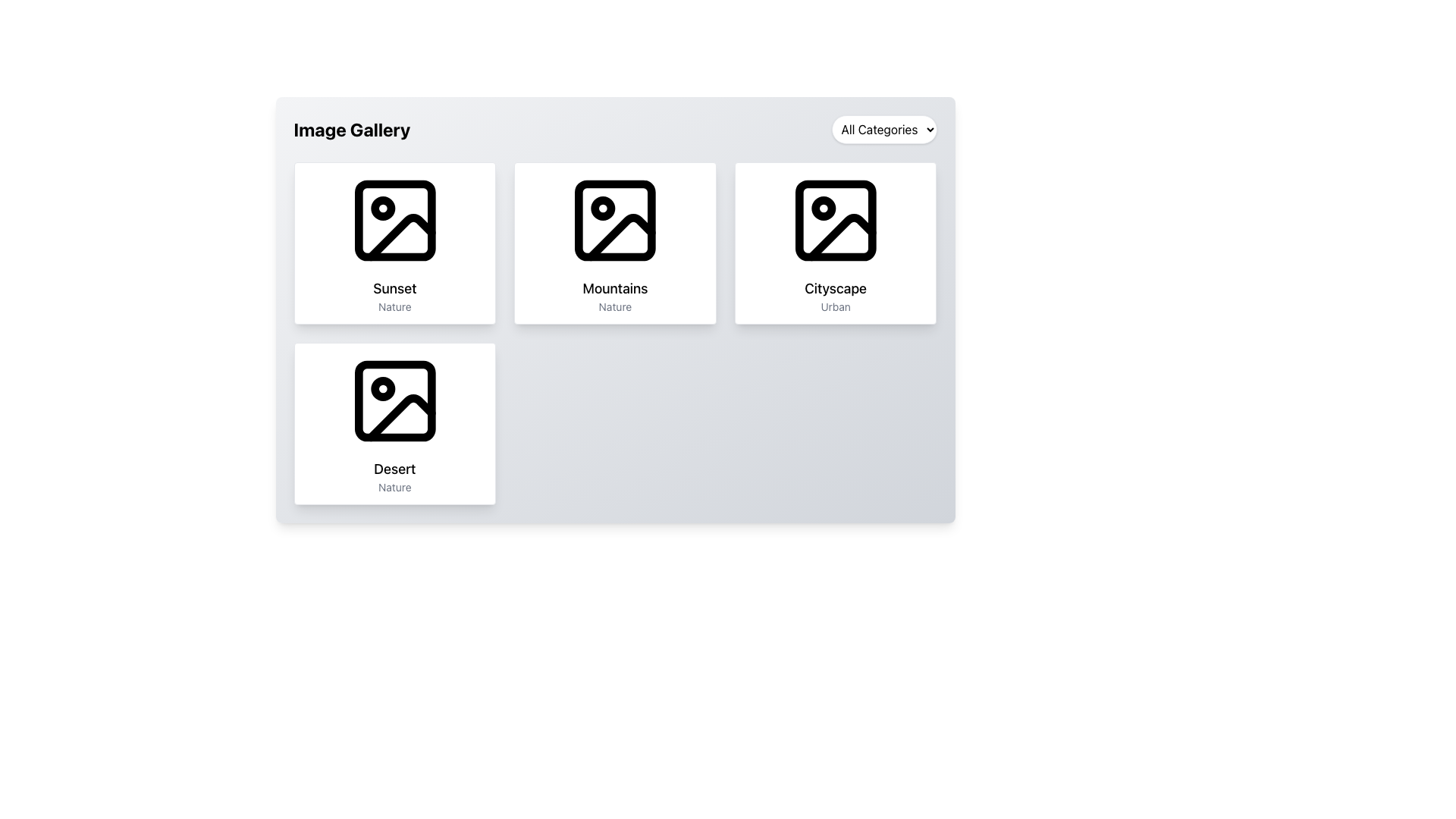 The image size is (1456, 819). I want to click on the 'Desert Nature' item card, which is the fourth card in a 2x3 grid layout, so click(394, 424).